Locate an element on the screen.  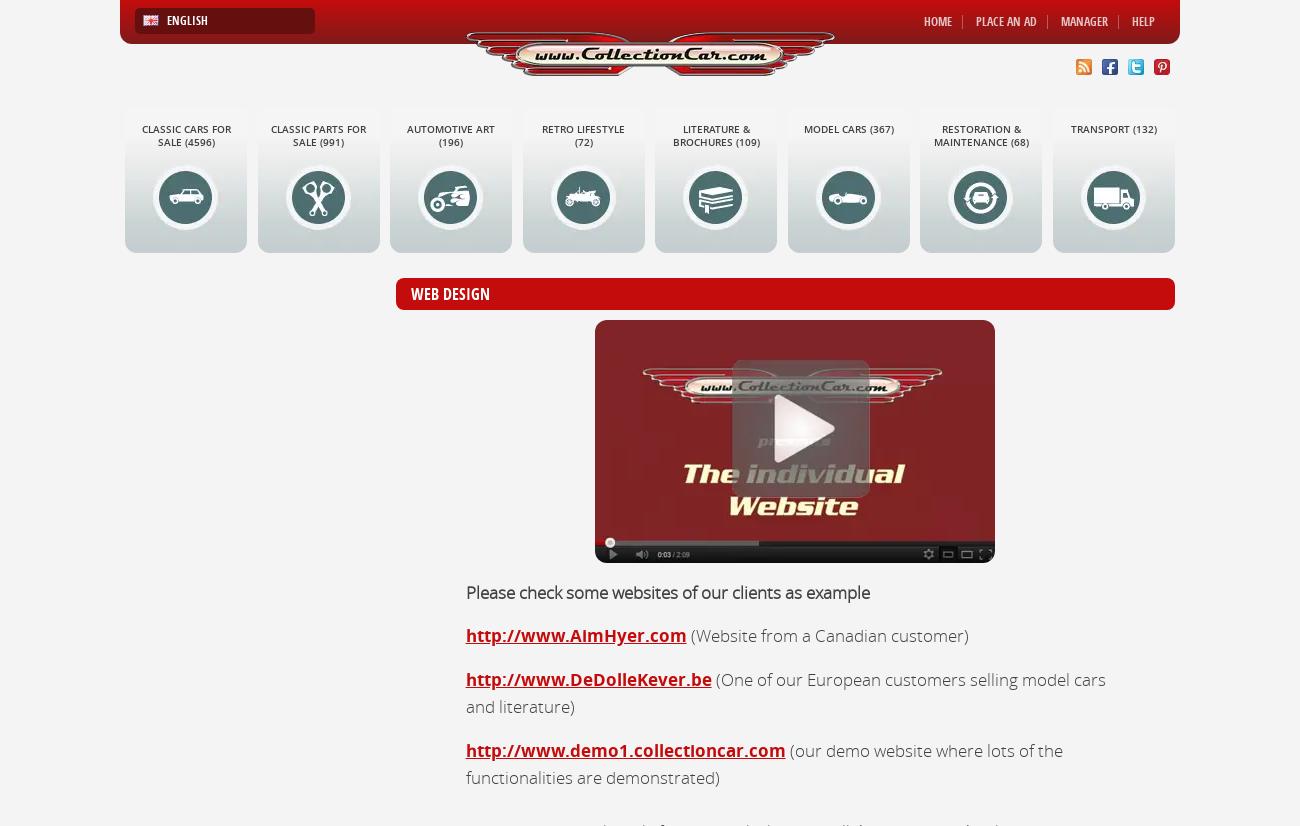
'http://www.demo1.collectioncar.com' is located at coordinates (464, 748).